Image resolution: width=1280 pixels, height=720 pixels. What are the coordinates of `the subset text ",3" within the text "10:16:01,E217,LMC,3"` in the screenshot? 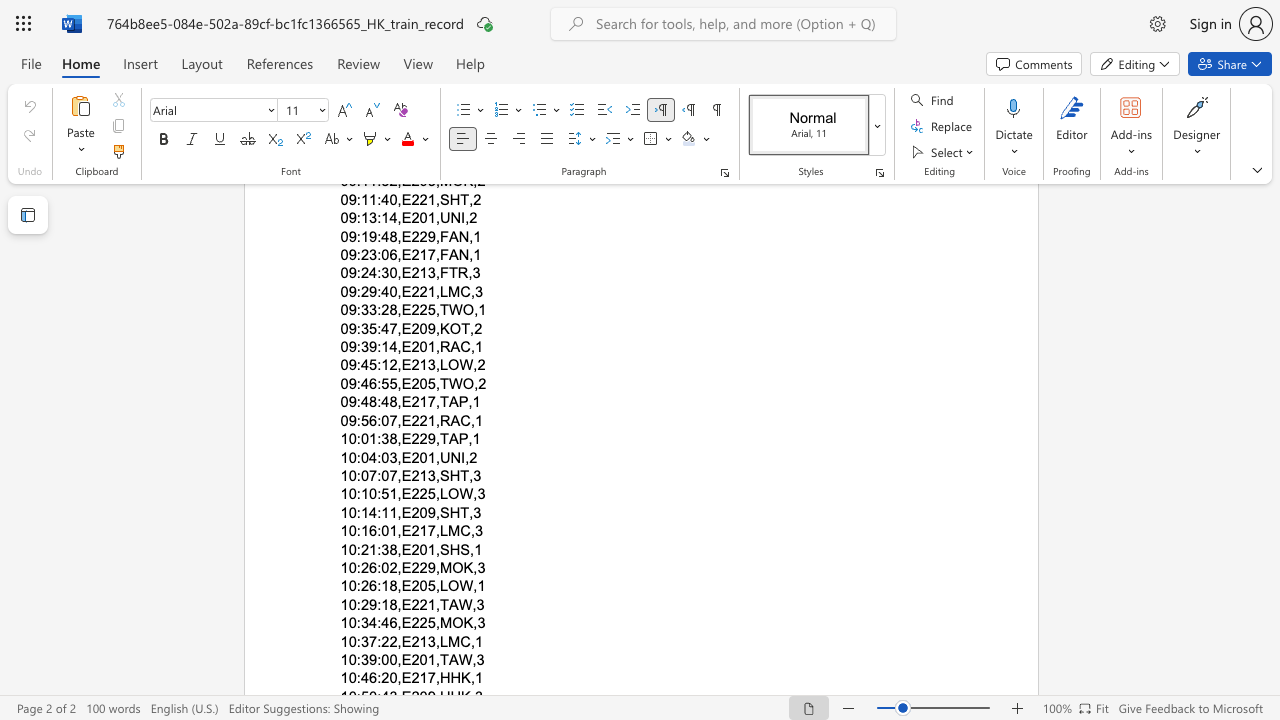 It's located at (469, 530).